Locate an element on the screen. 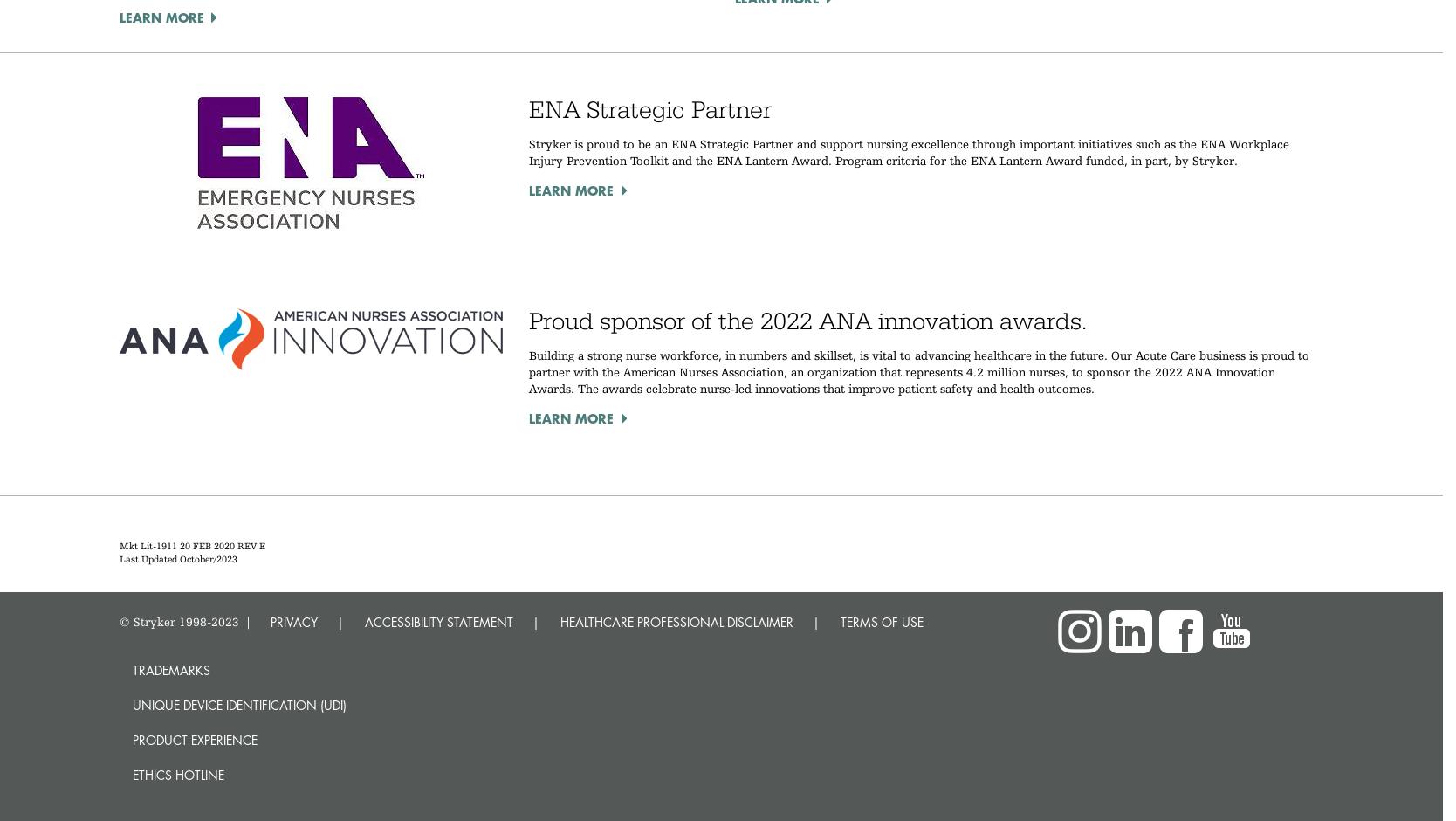 The height and width of the screenshot is (821, 1456). 'Unique device identification (UDI)' is located at coordinates (131, 705).